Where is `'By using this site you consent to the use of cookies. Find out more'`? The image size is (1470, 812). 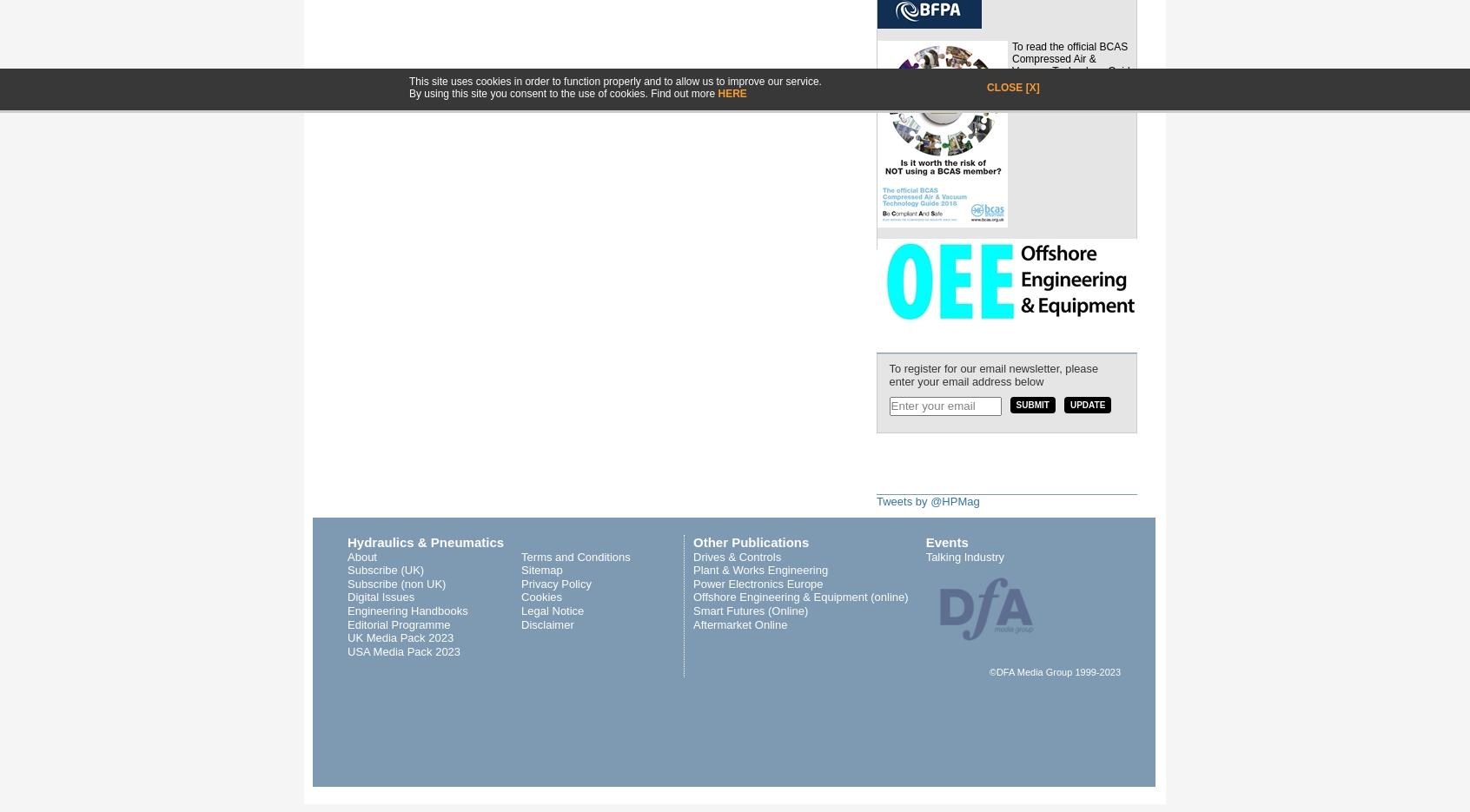
'By using this site you consent to the use of cookies. Find out more' is located at coordinates (563, 92).